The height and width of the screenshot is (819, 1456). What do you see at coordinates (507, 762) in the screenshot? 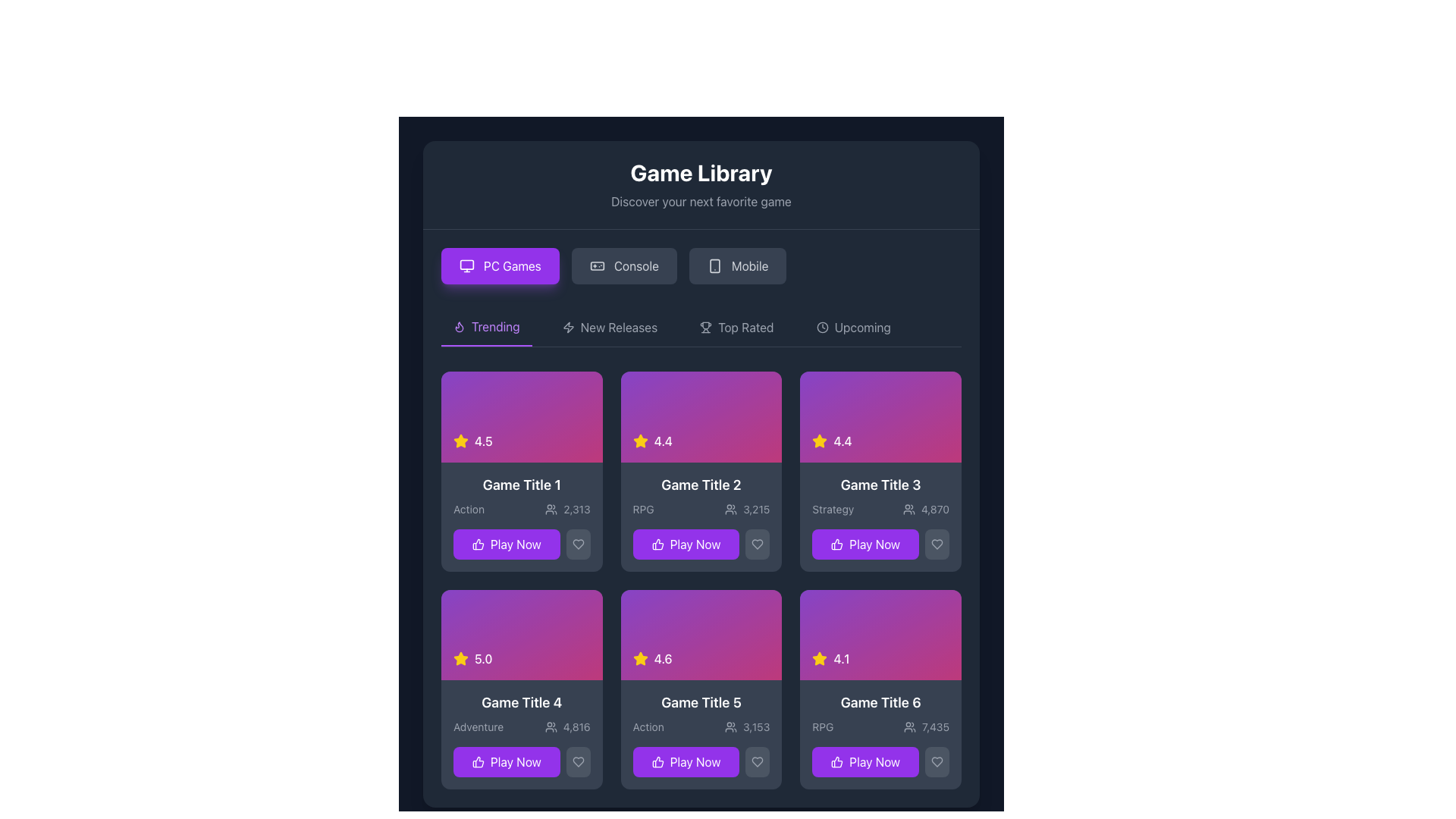
I see `the vibrant purple 'Play Now' button with a thumbs-up icon, located in the bottom section of the Game Title 4 card in the grid layout, to initiate the play action` at bounding box center [507, 762].